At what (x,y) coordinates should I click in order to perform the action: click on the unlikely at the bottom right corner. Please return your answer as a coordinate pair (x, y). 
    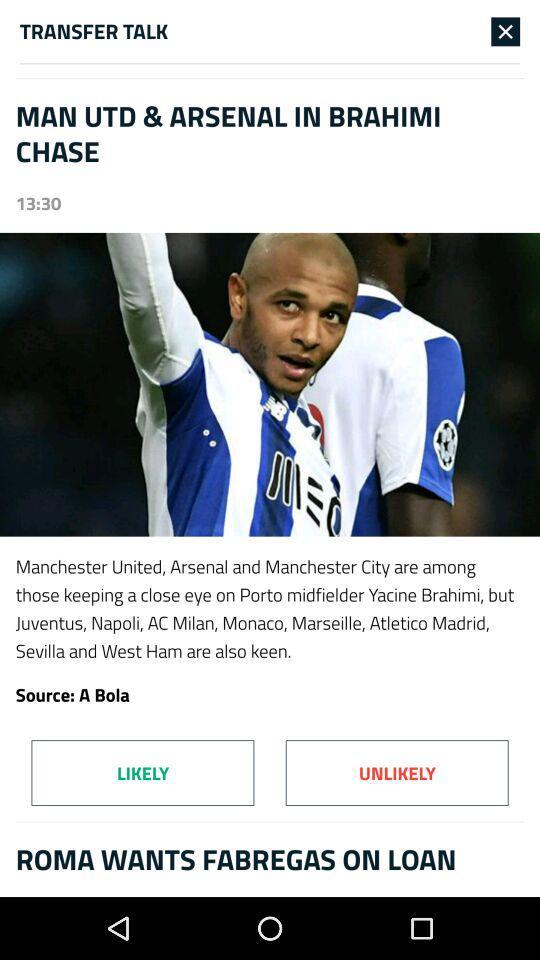
    Looking at the image, I should click on (397, 772).